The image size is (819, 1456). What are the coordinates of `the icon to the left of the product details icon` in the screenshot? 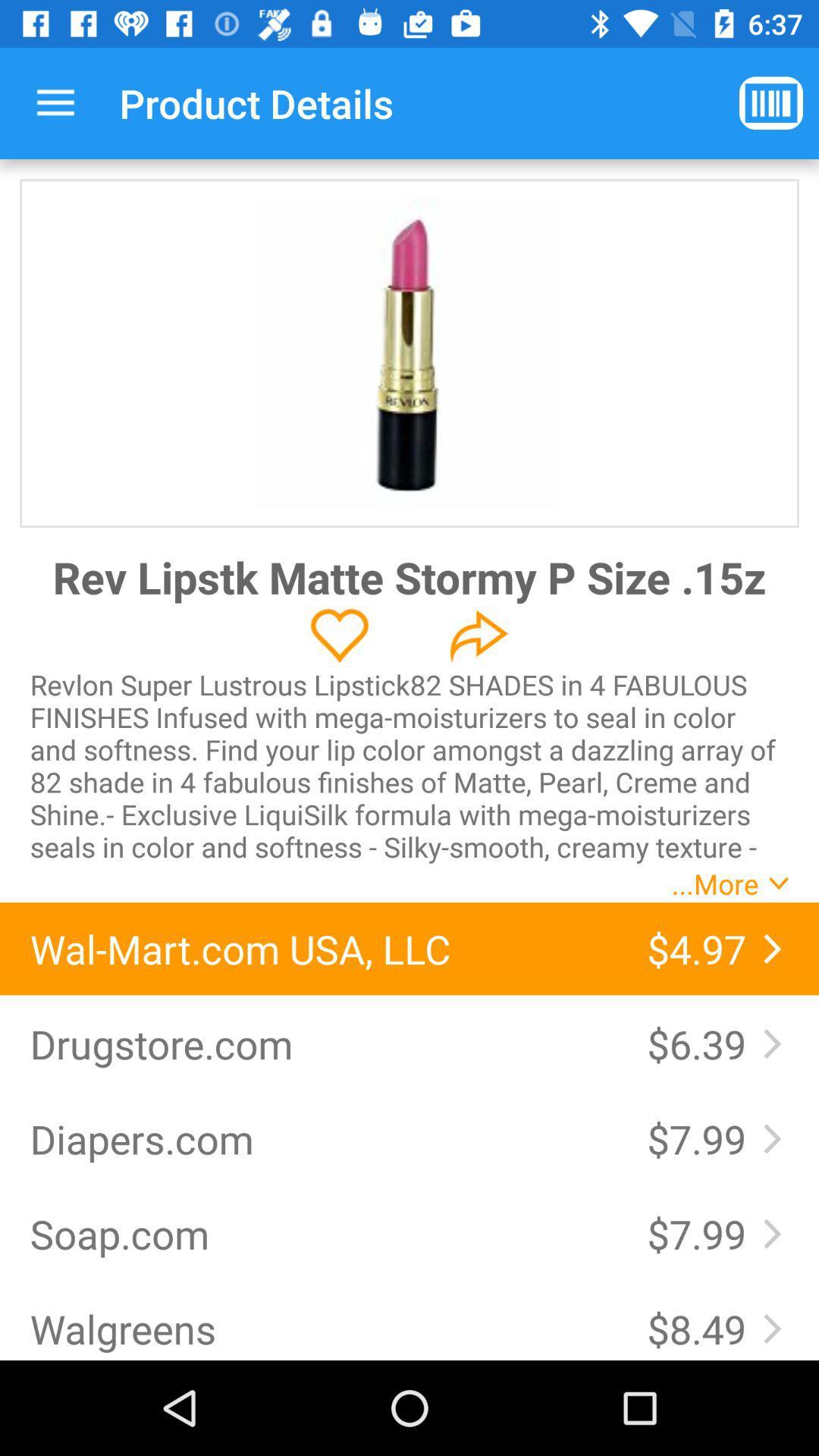 It's located at (55, 102).